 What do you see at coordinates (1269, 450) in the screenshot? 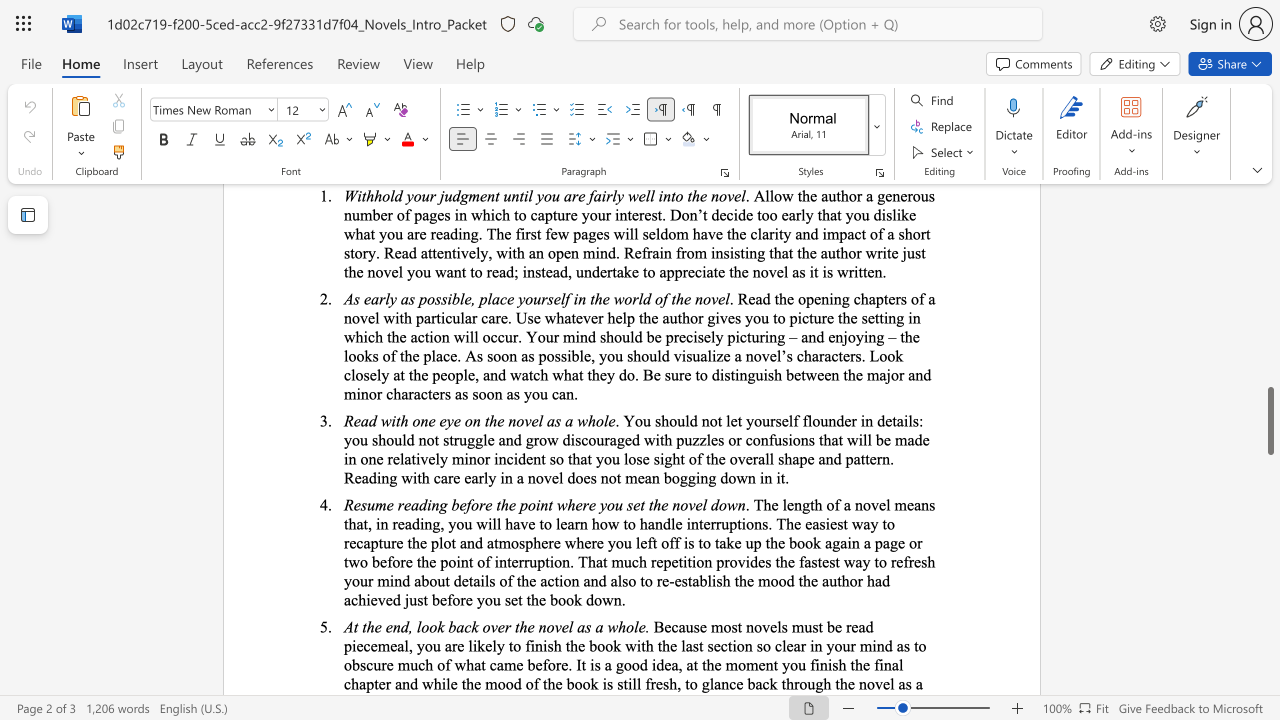
I see `the scrollbar to scroll upward` at bounding box center [1269, 450].